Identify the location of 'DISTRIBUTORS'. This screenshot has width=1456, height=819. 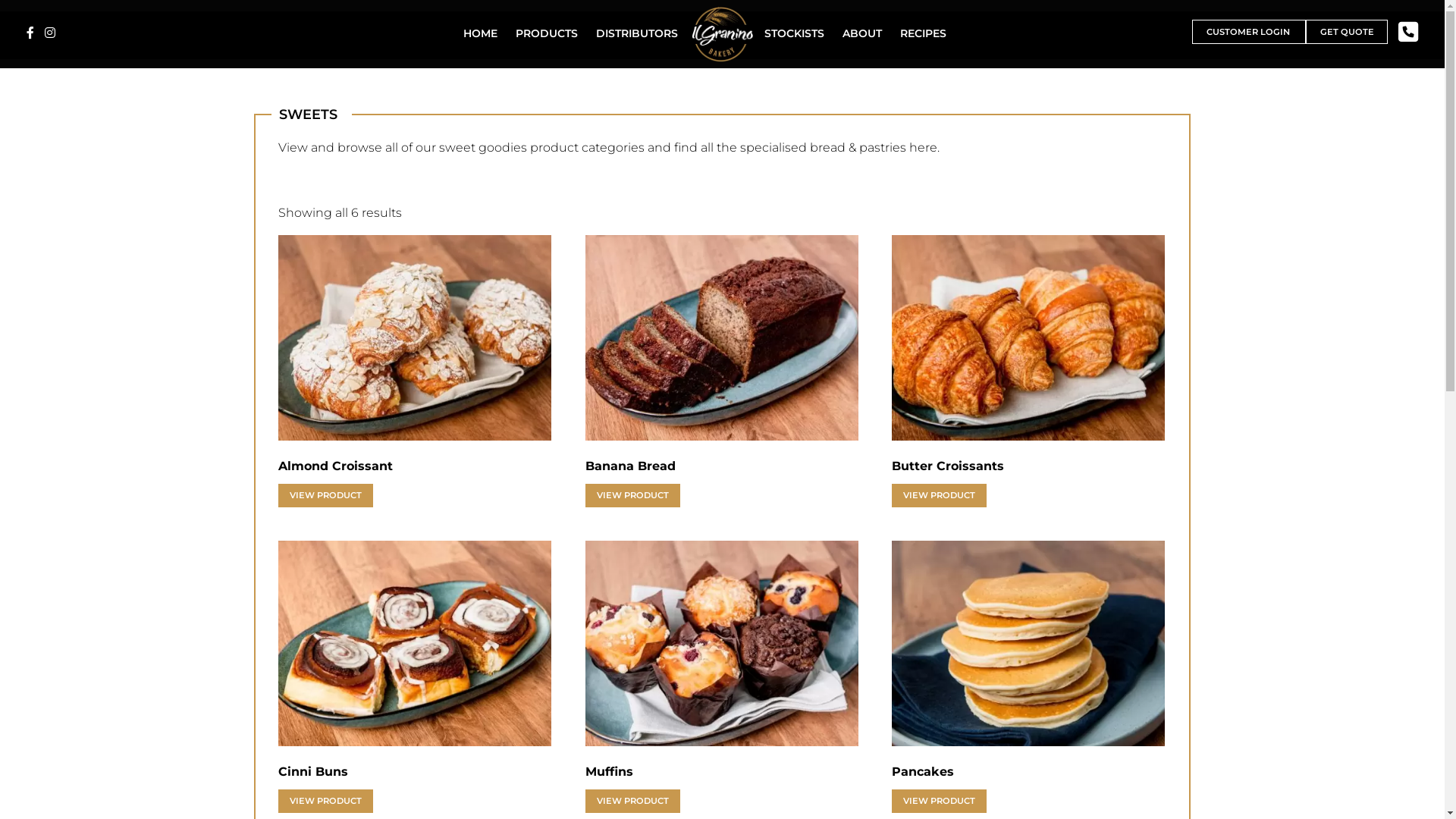
(637, 33).